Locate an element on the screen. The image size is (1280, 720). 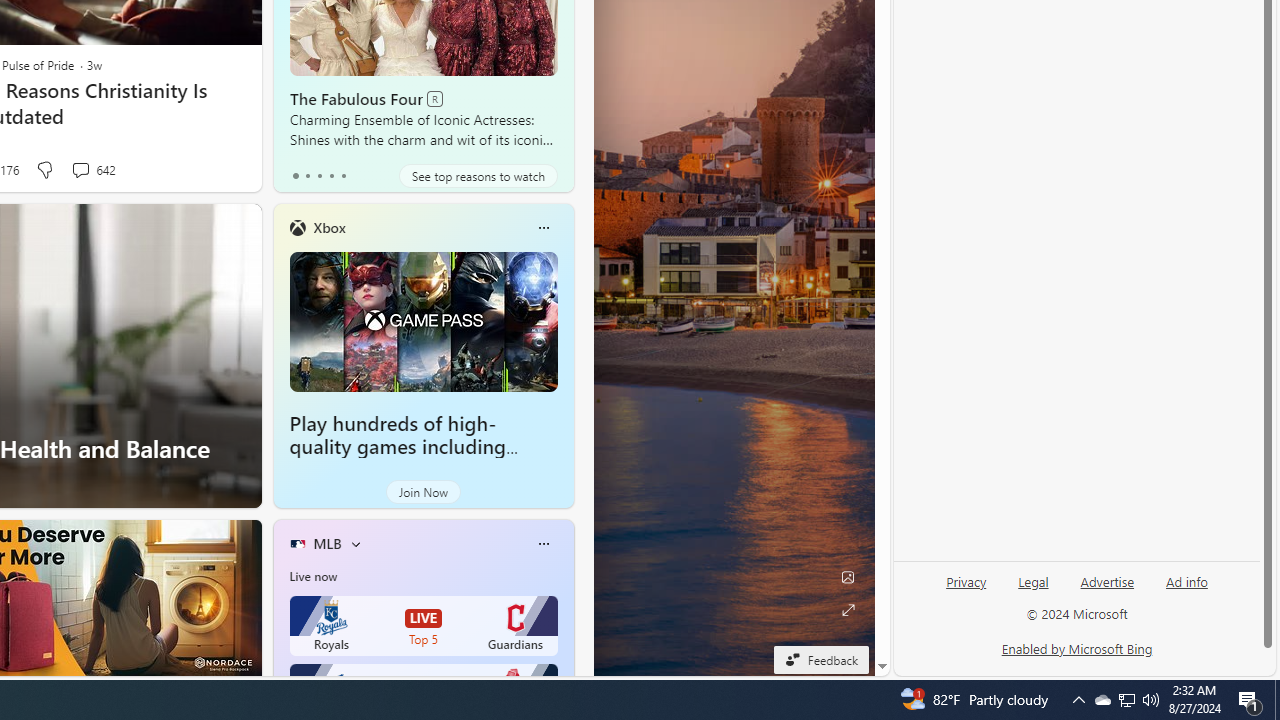
'Xbox' is located at coordinates (329, 226).